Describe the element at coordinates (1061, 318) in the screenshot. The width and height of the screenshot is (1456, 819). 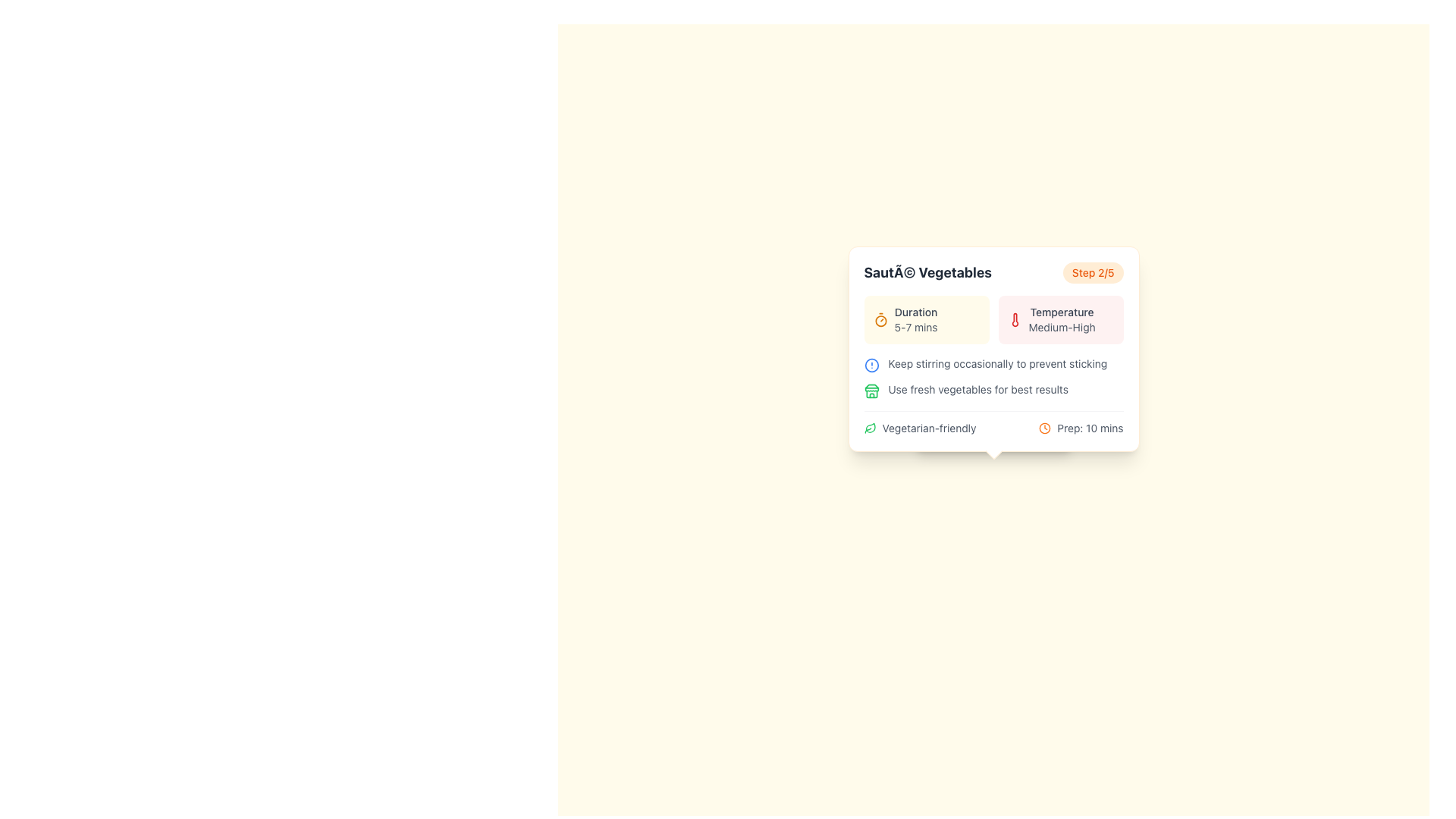
I see `the 'Temperature' label that displays 'Medium-High' on a light pink background, located in the top-right corner of the card next to the thermometer icon` at that location.